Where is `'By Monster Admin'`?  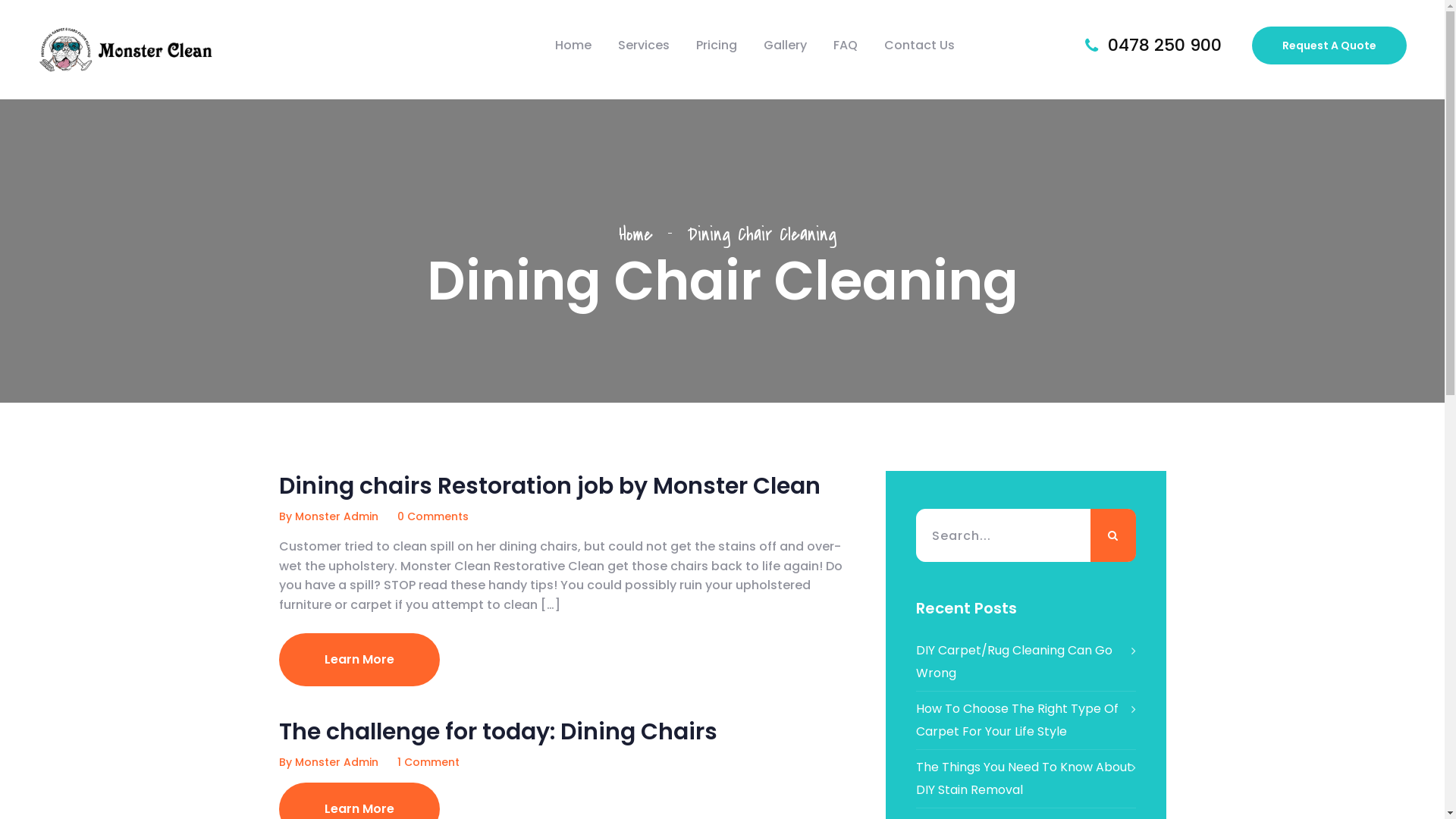
'By Monster Admin' is located at coordinates (328, 516).